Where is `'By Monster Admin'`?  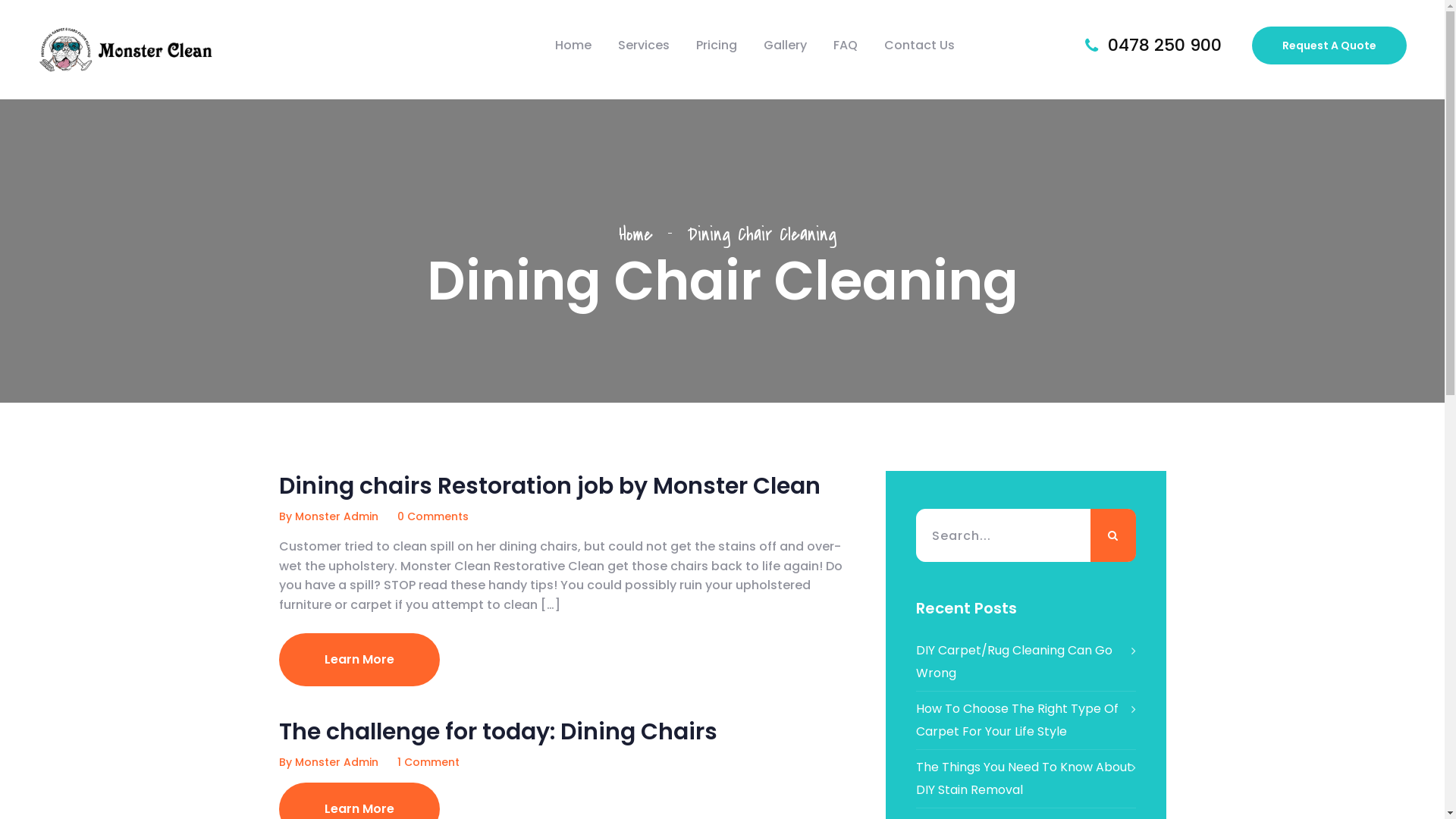
'By Monster Admin' is located at coordinates (328, 516).